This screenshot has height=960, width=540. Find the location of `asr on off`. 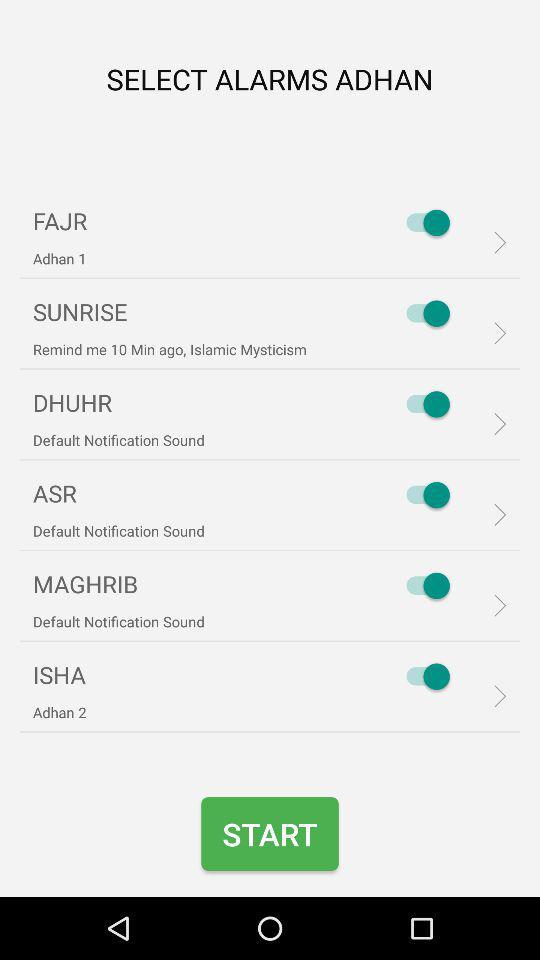

asr on off is located at coordinates (422, 494).